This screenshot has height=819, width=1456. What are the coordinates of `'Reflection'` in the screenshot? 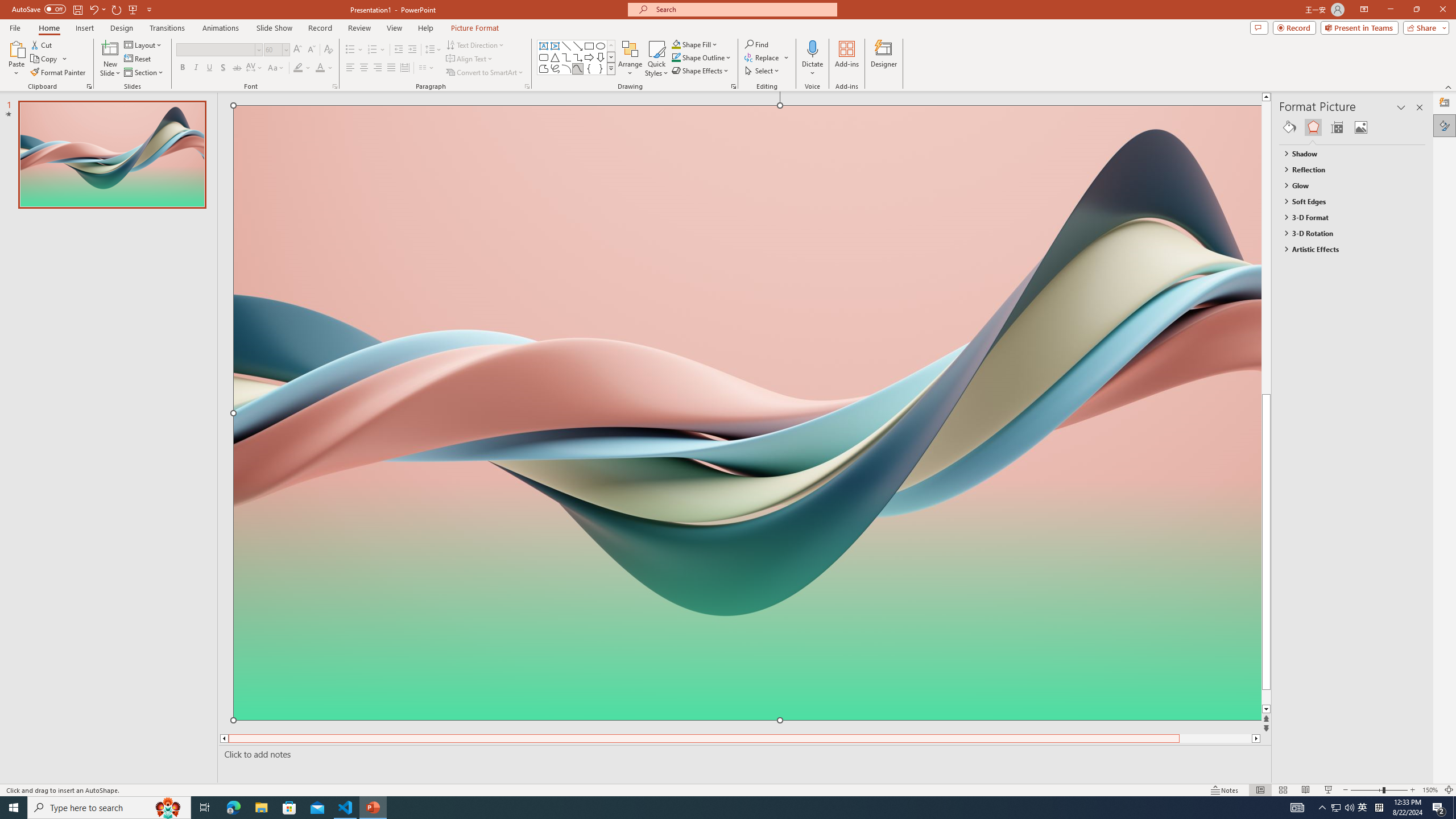 It's located at (1347, 169).